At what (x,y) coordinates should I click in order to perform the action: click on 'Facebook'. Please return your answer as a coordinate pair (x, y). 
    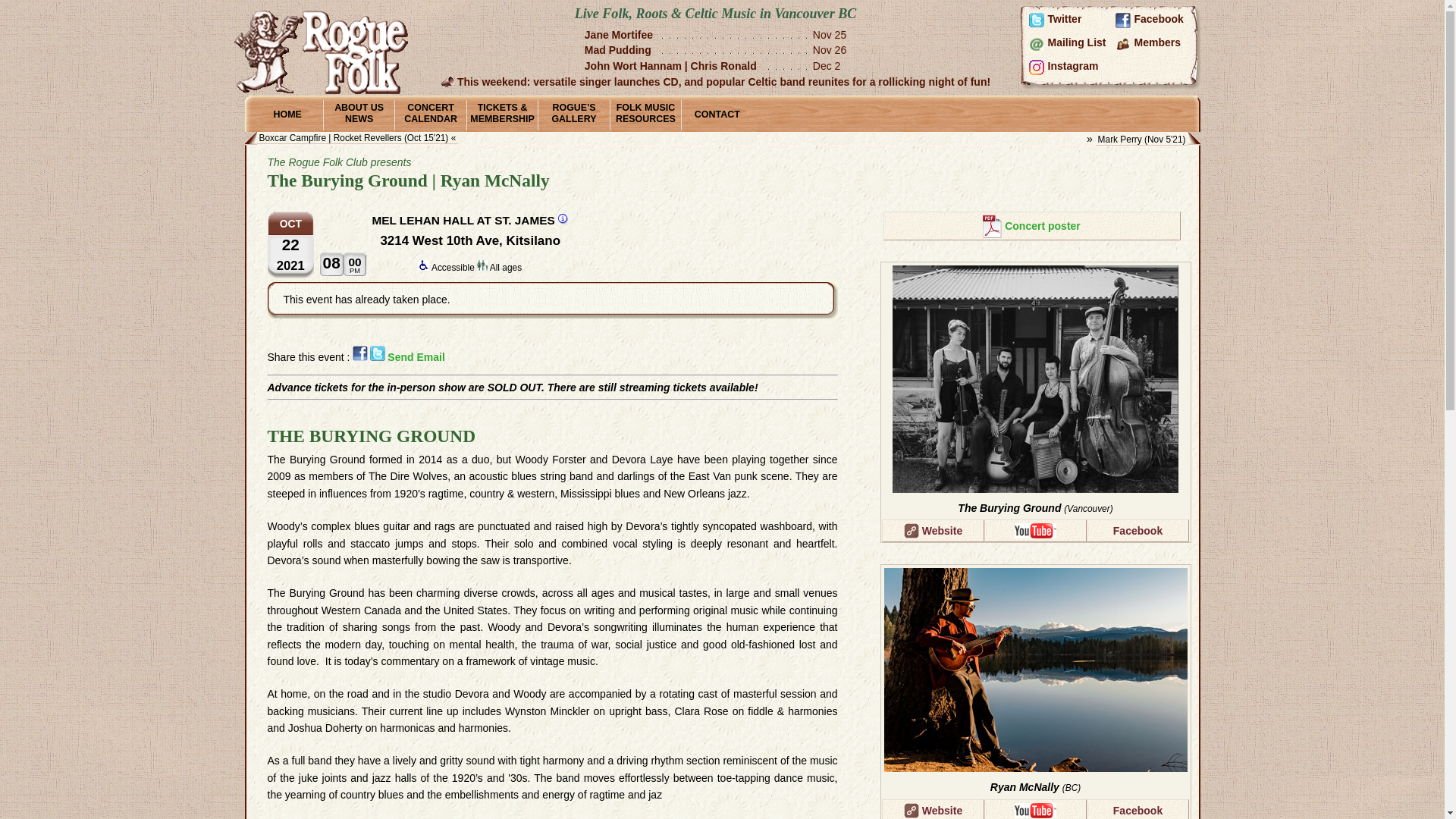
    Looking at the image, I should click on (1156, 20).